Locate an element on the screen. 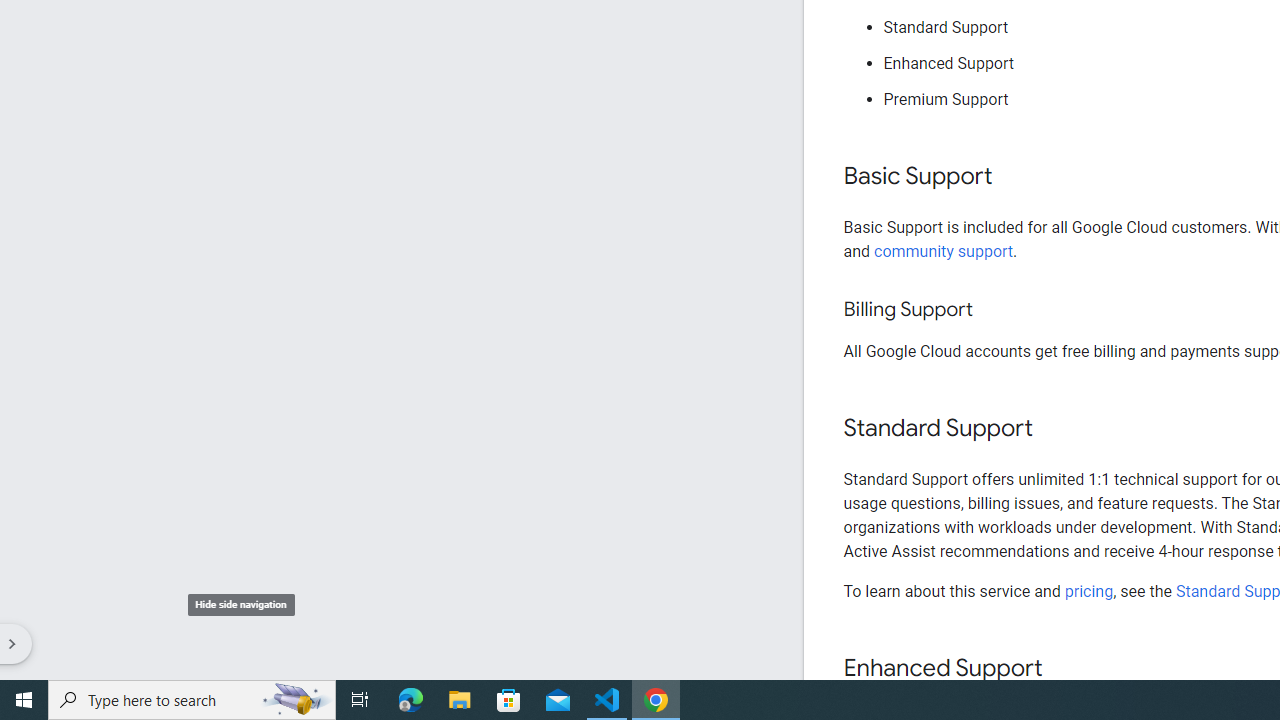  'Copy link to this section: Billing Support' is located at coordinates (992, 310).